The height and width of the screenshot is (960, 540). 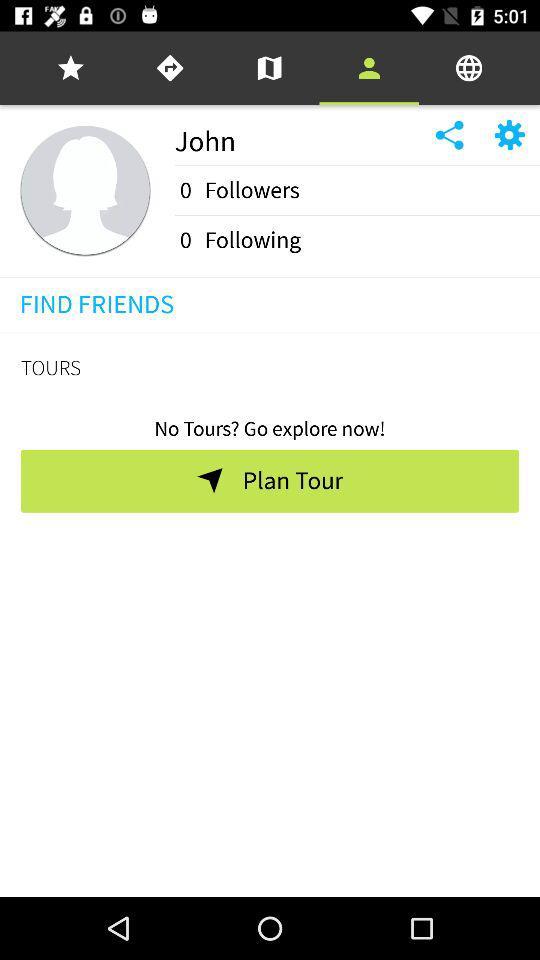 What do you see at coordinates (252, 190) in the screenshot?
I see `icon next to the 0` at bounding box center [252, 190].